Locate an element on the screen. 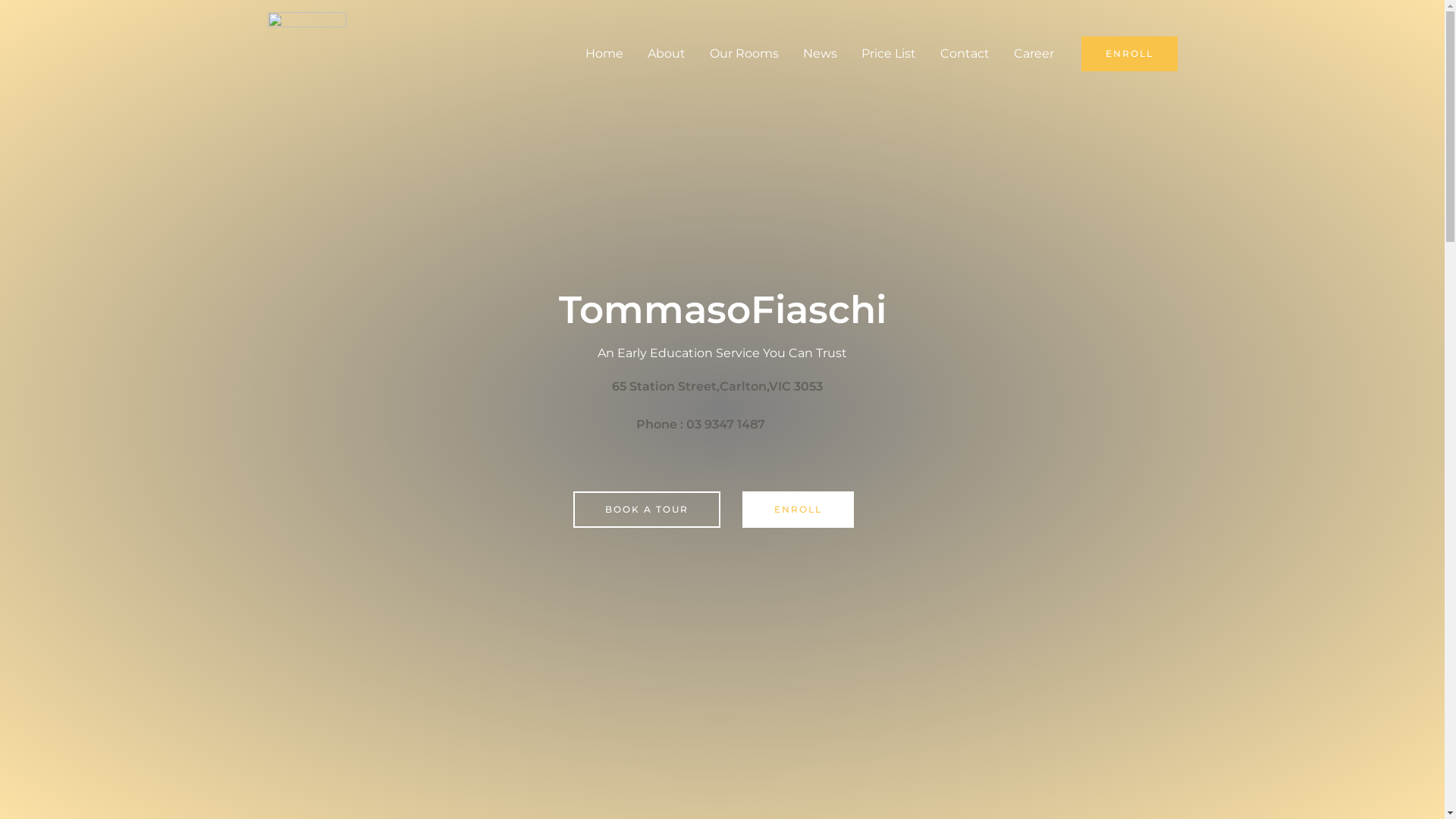 The image size is (1456, 819). 'ENROLL' is located at coordinates (797, 509).